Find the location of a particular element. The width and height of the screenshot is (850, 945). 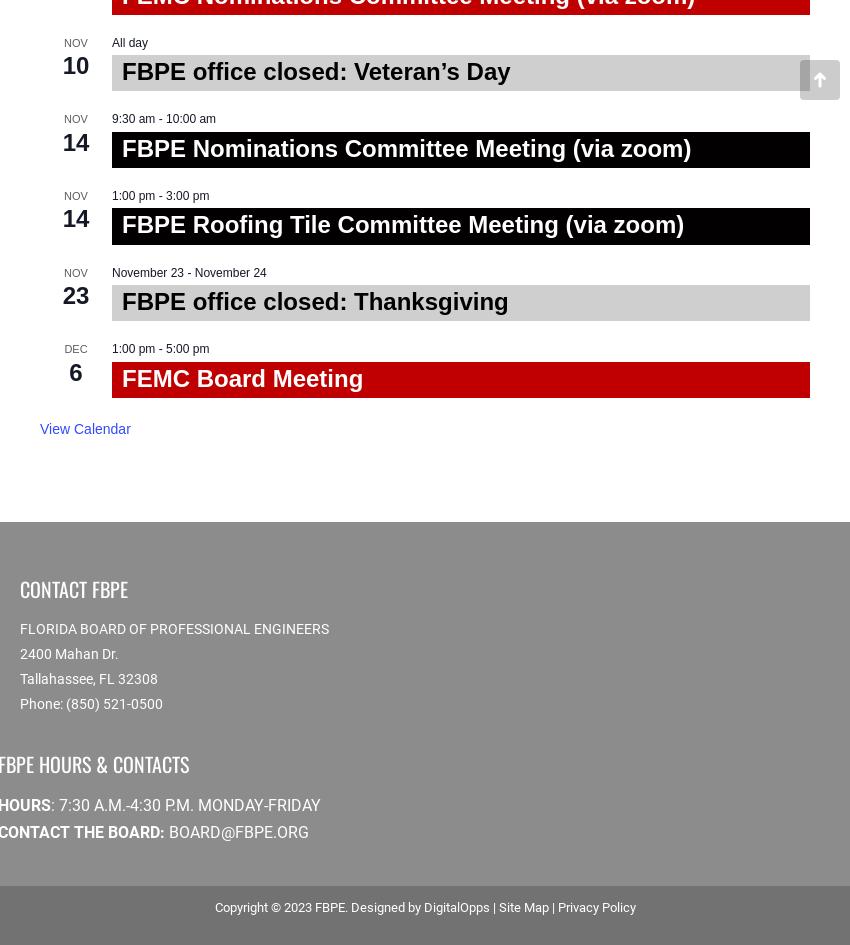

'BOARD@FBPE.ORG' is located at coordinates (239, 832).